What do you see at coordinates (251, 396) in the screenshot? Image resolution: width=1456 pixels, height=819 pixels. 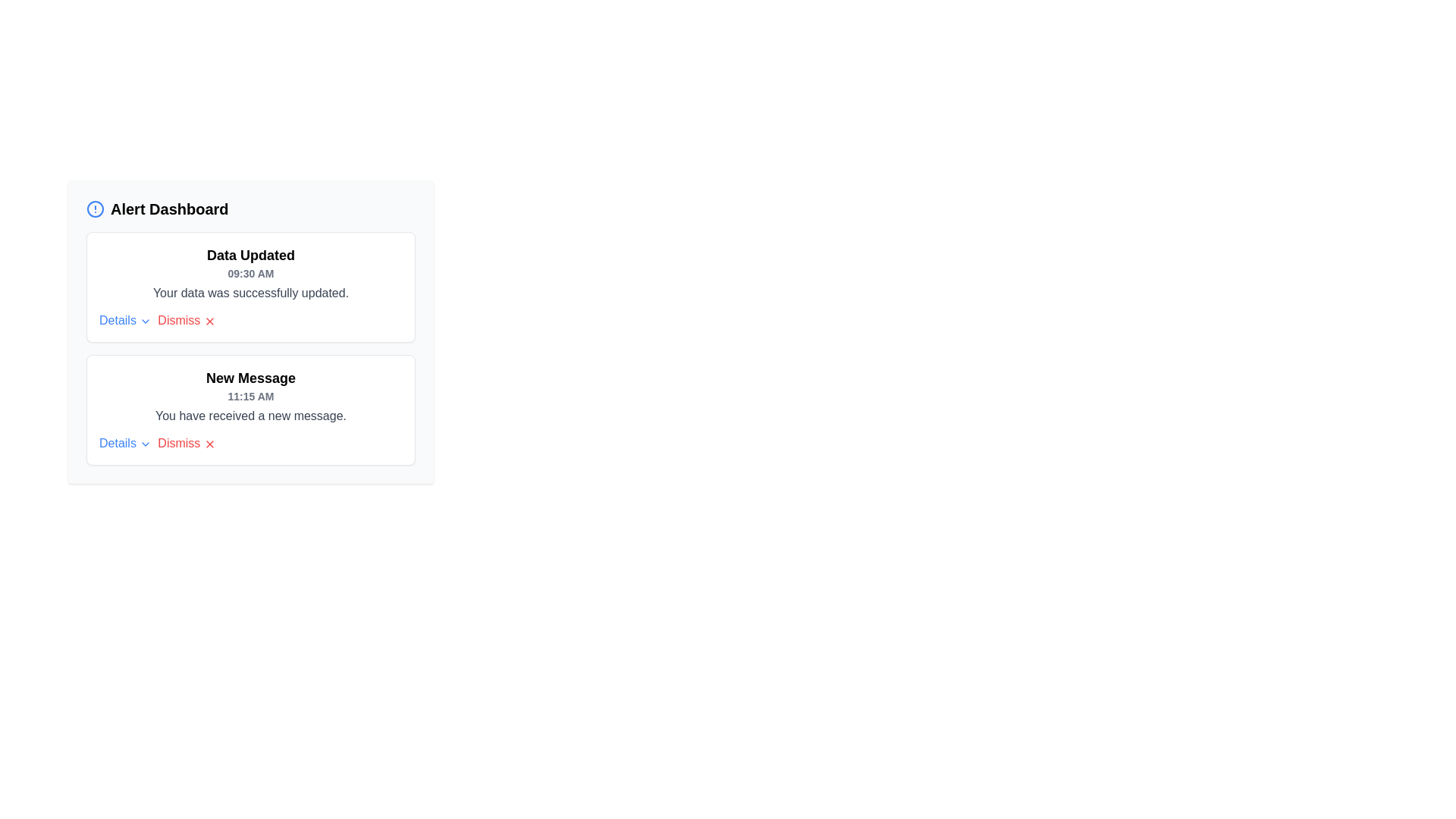 I see `the text displaying '11:15 AM' which is located directly below the 'New Message' title in the notification card` at bounding box center [251, 396].